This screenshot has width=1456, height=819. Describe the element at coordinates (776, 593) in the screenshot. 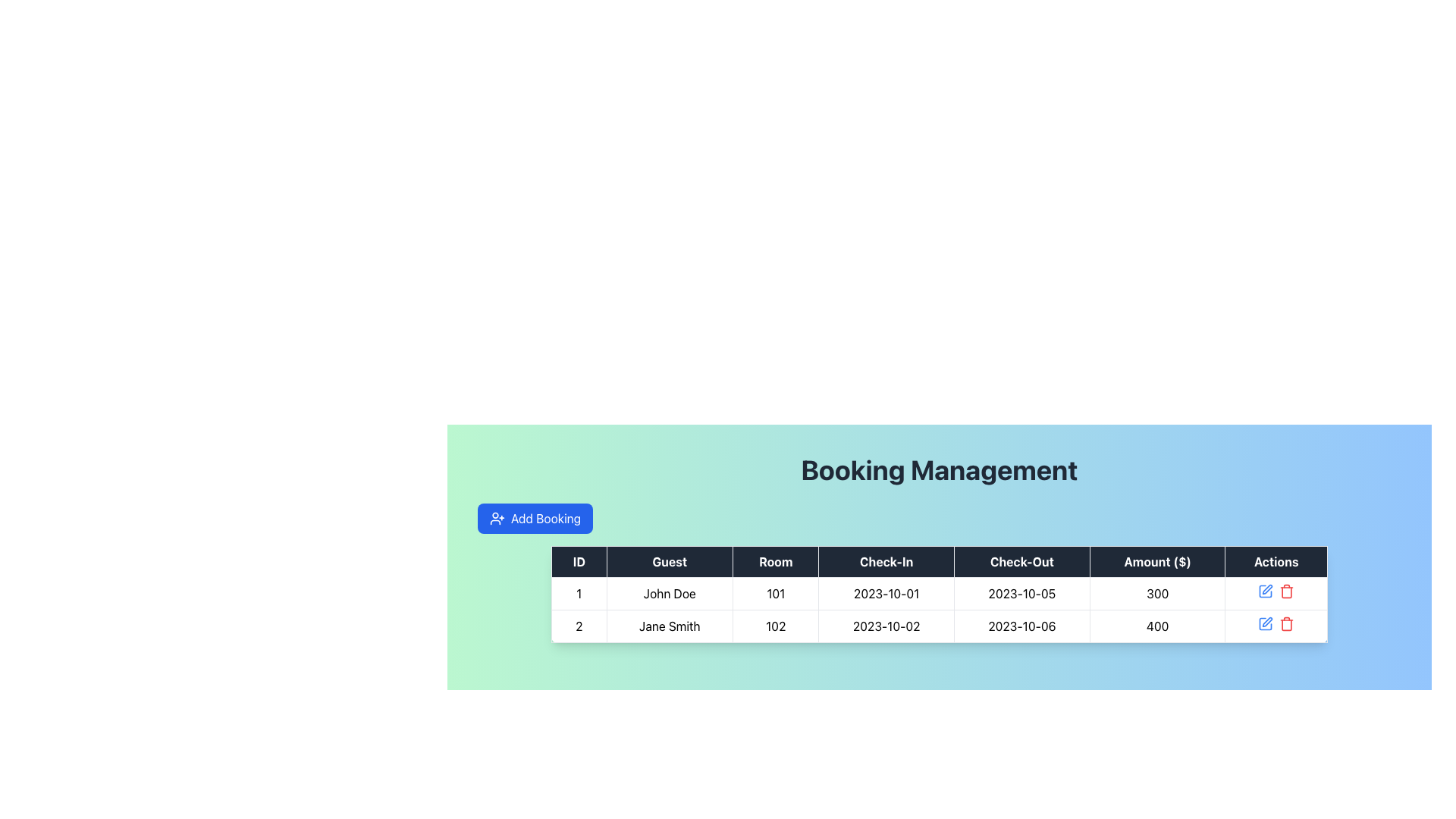

I see `the room number text in the booking management table, located in the third cell of the first row under the 'Room' header` at that location.